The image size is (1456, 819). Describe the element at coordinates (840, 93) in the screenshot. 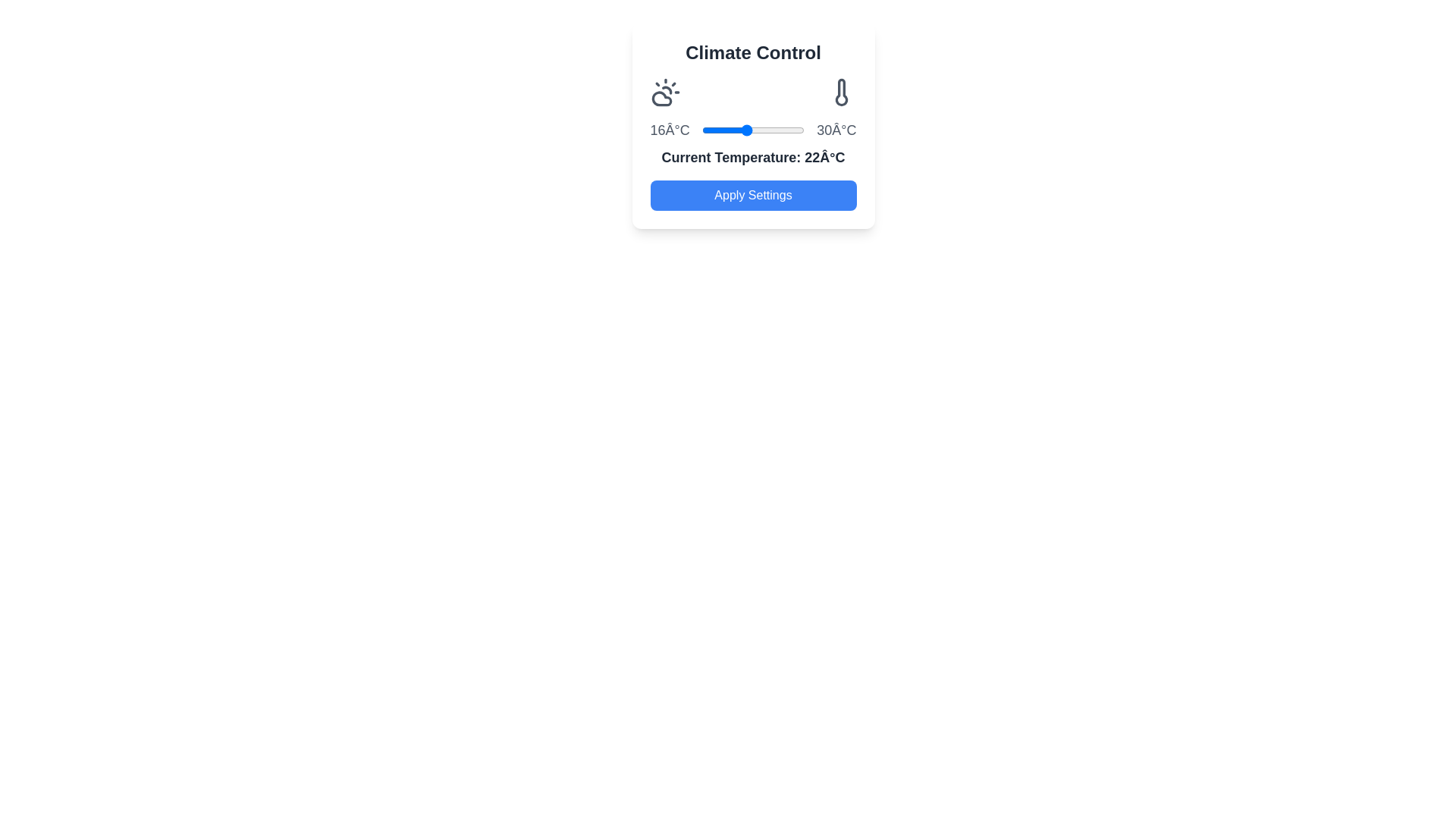

I see `the dark-gray thermometer icon with a circular bulb, which is the second icon in a horizontal arrangement at the top of the card, positioned to the right of a sun/cloud icon` at that location.